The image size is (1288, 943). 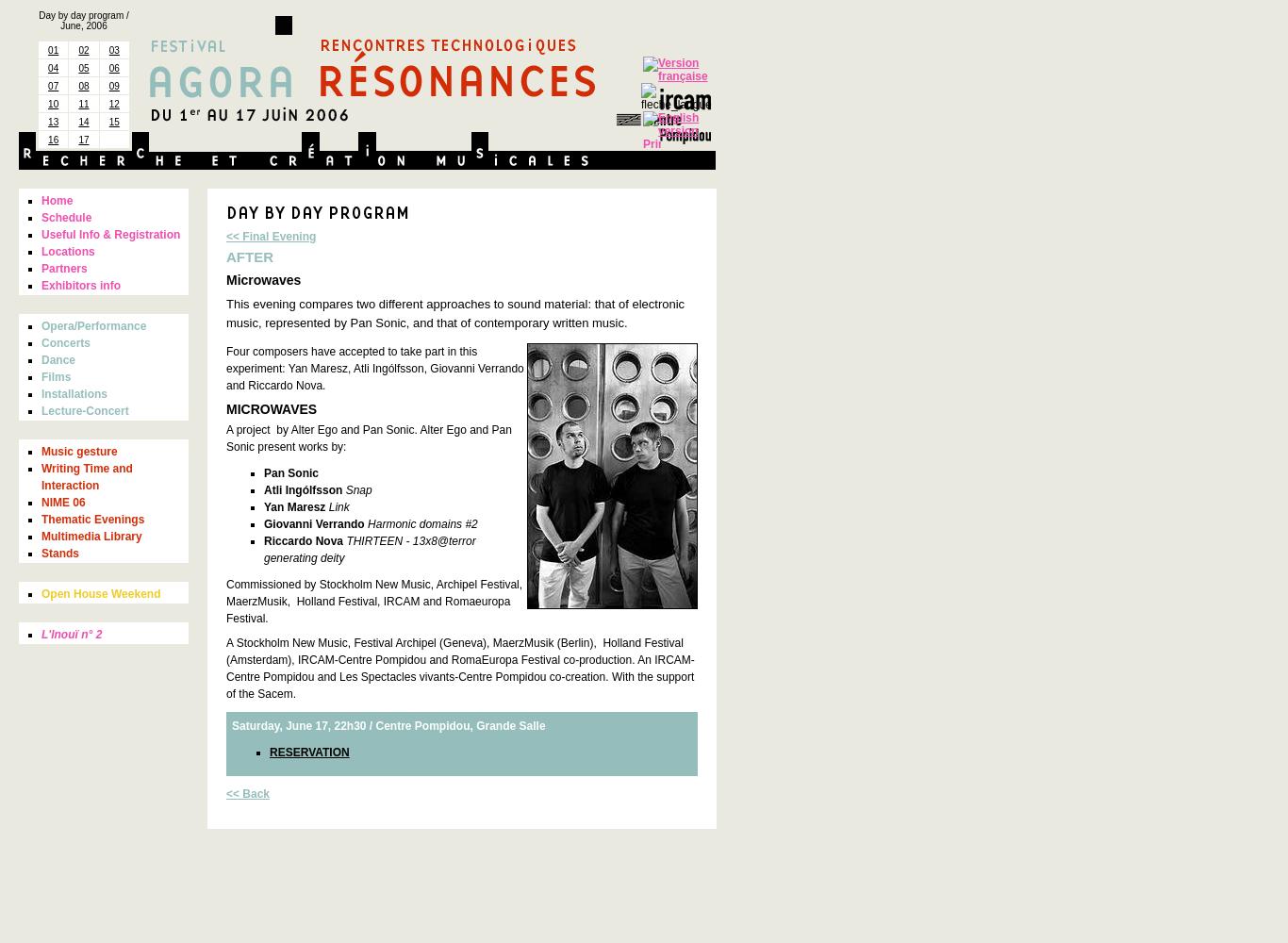 I want to click on 'Microwaves', so click(x=263, y=280).